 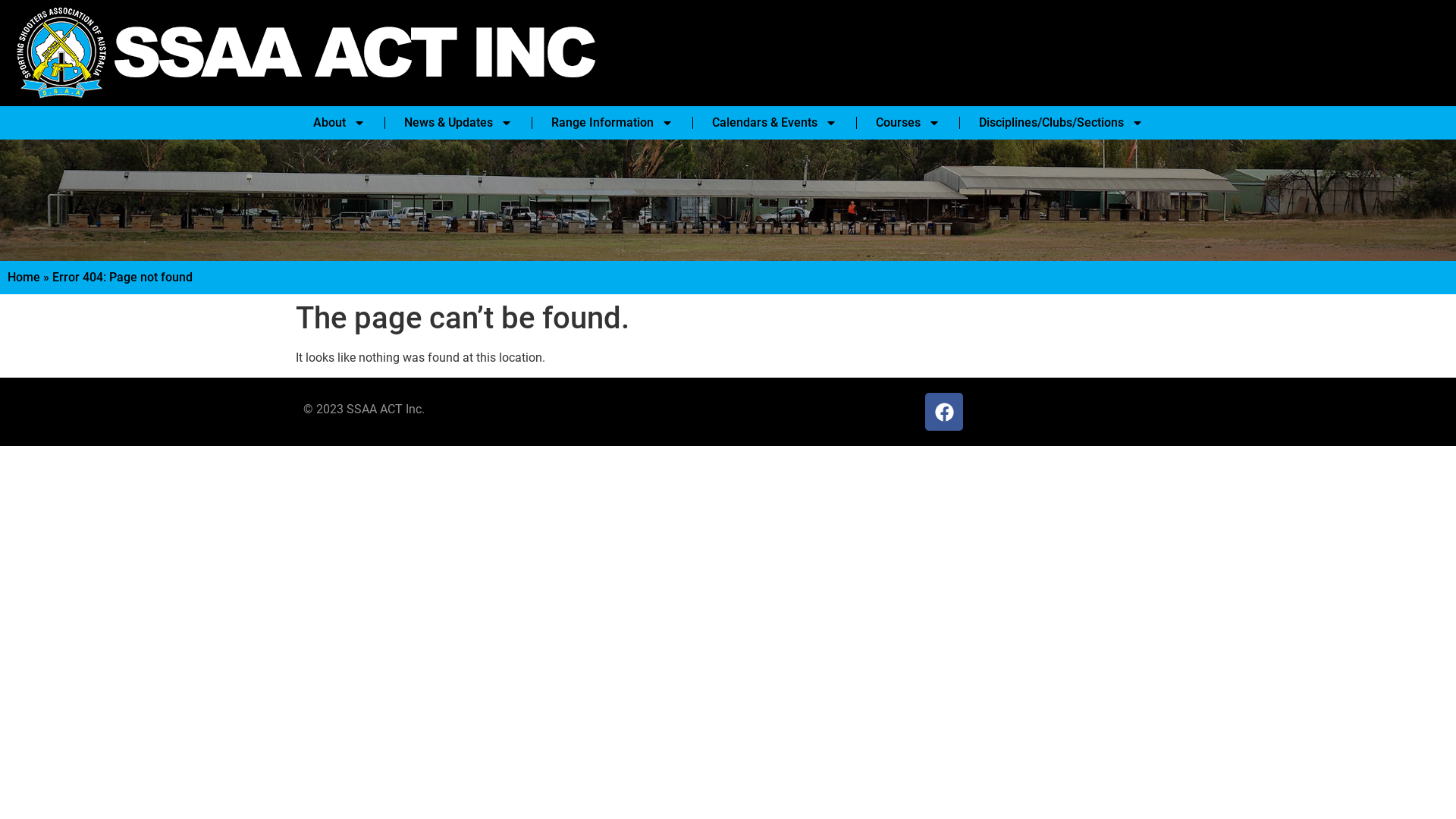 What do you see at coordinates (7, 277) in the screenshot?
I see `'Home'` at bounding box center [7, 277].